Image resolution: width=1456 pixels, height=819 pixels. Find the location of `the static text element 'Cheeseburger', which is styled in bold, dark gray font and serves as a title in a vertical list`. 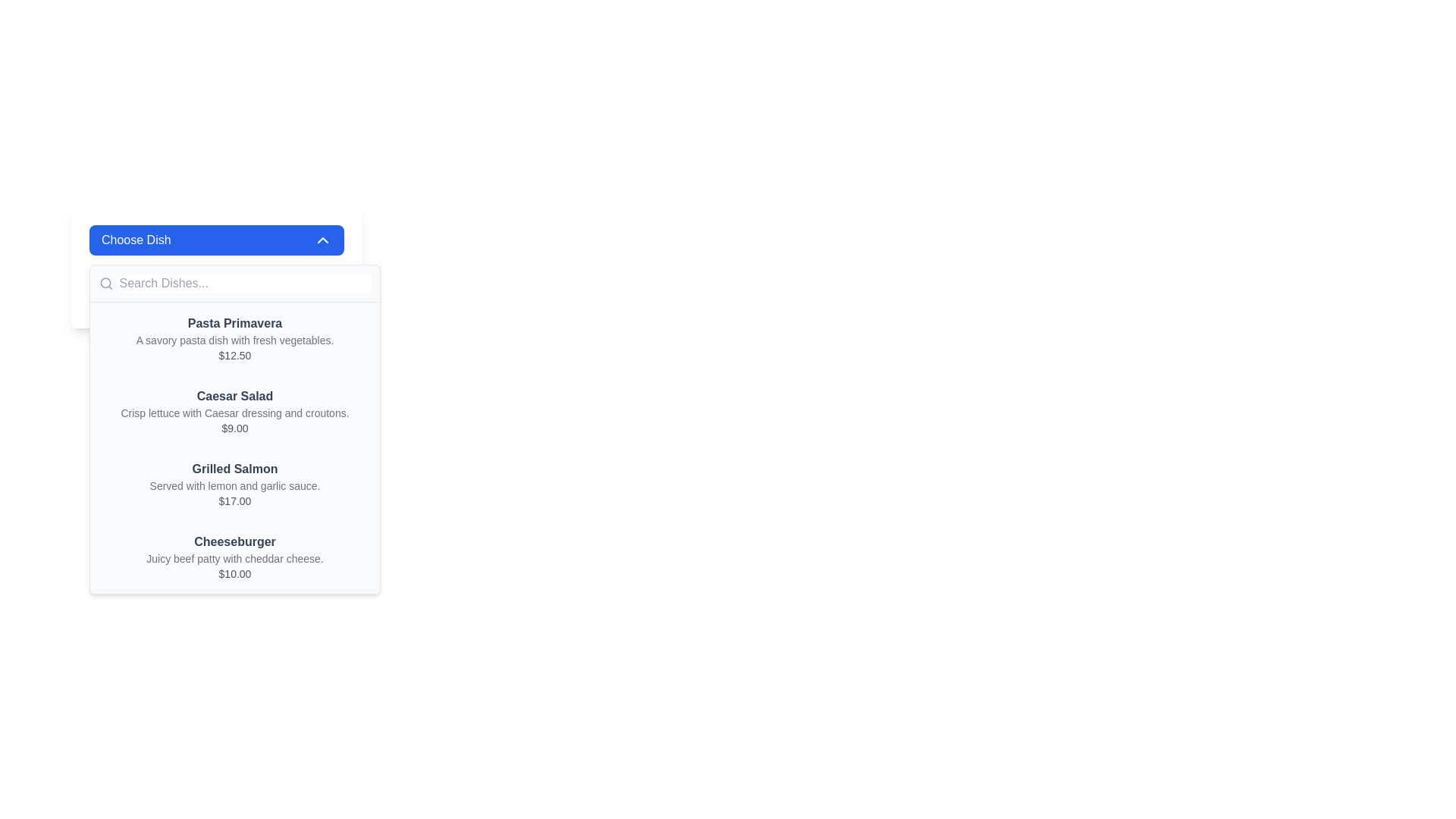

the static text element 'Cheeseburger', which is styled in bold, dark gray font and serves as a title in a vertical list is located at coordinates (234, 541).